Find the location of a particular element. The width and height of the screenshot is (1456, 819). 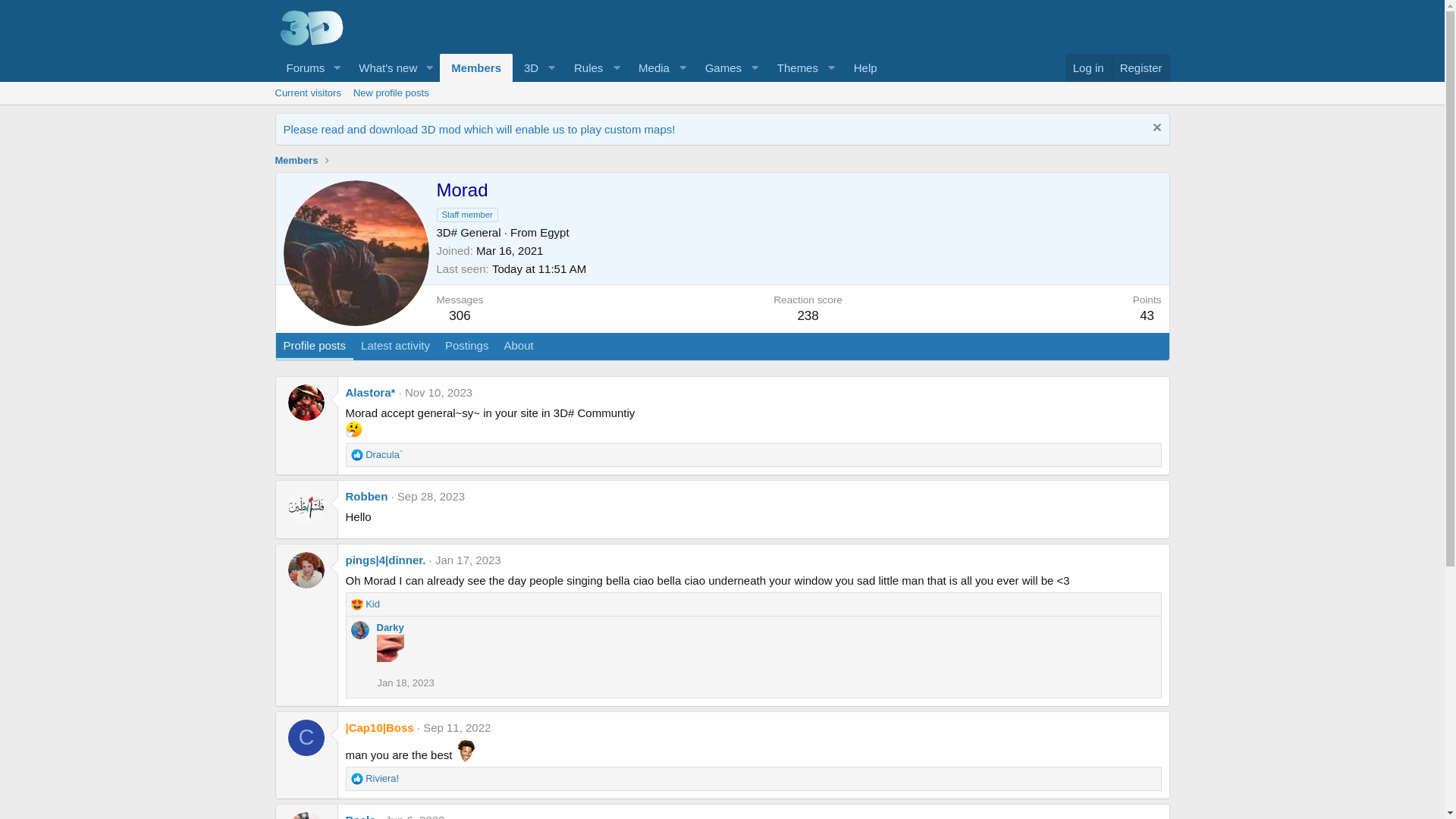

'Forums' is located at coordinates (274, 67).